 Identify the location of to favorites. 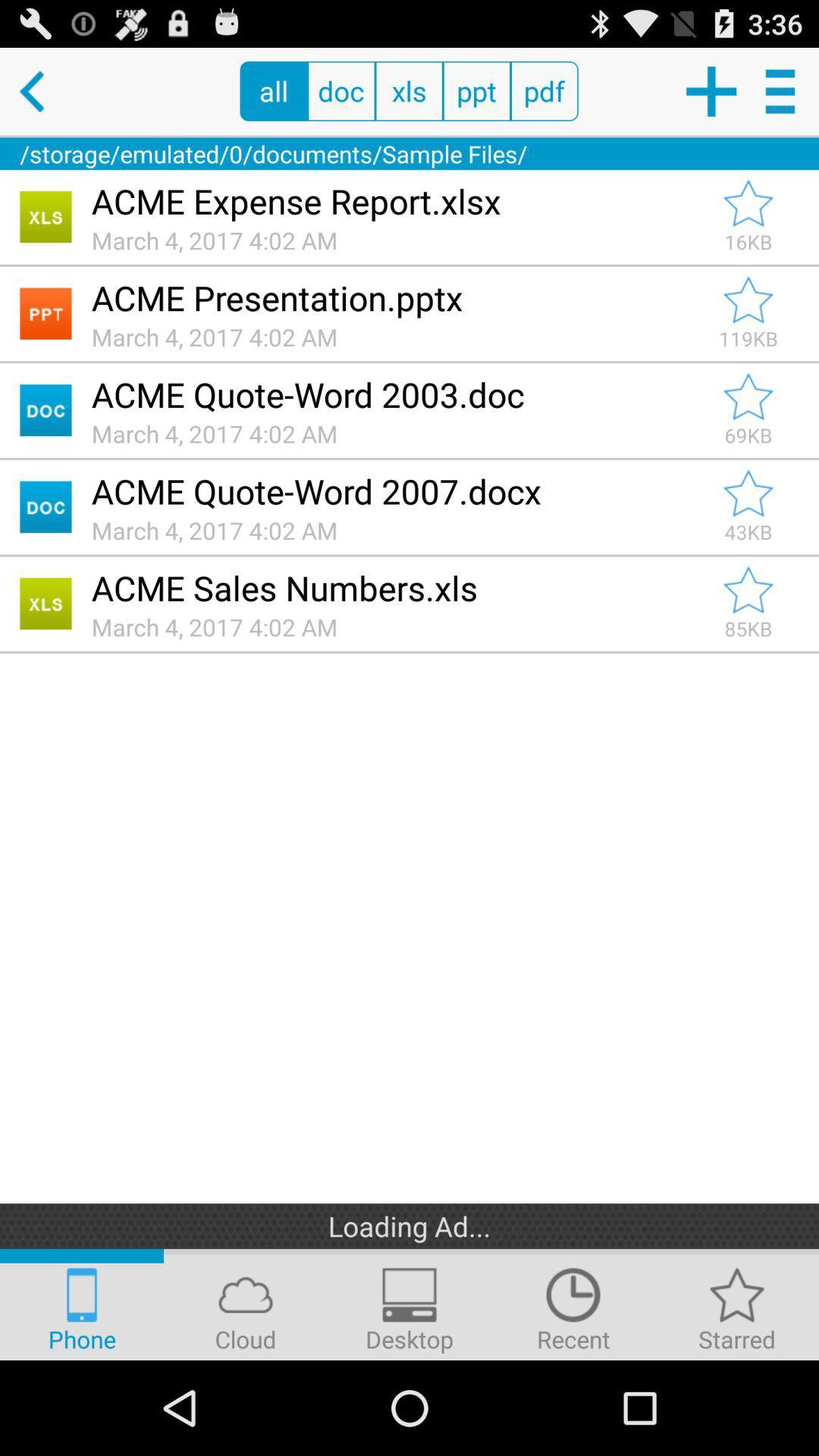
(748, 300).